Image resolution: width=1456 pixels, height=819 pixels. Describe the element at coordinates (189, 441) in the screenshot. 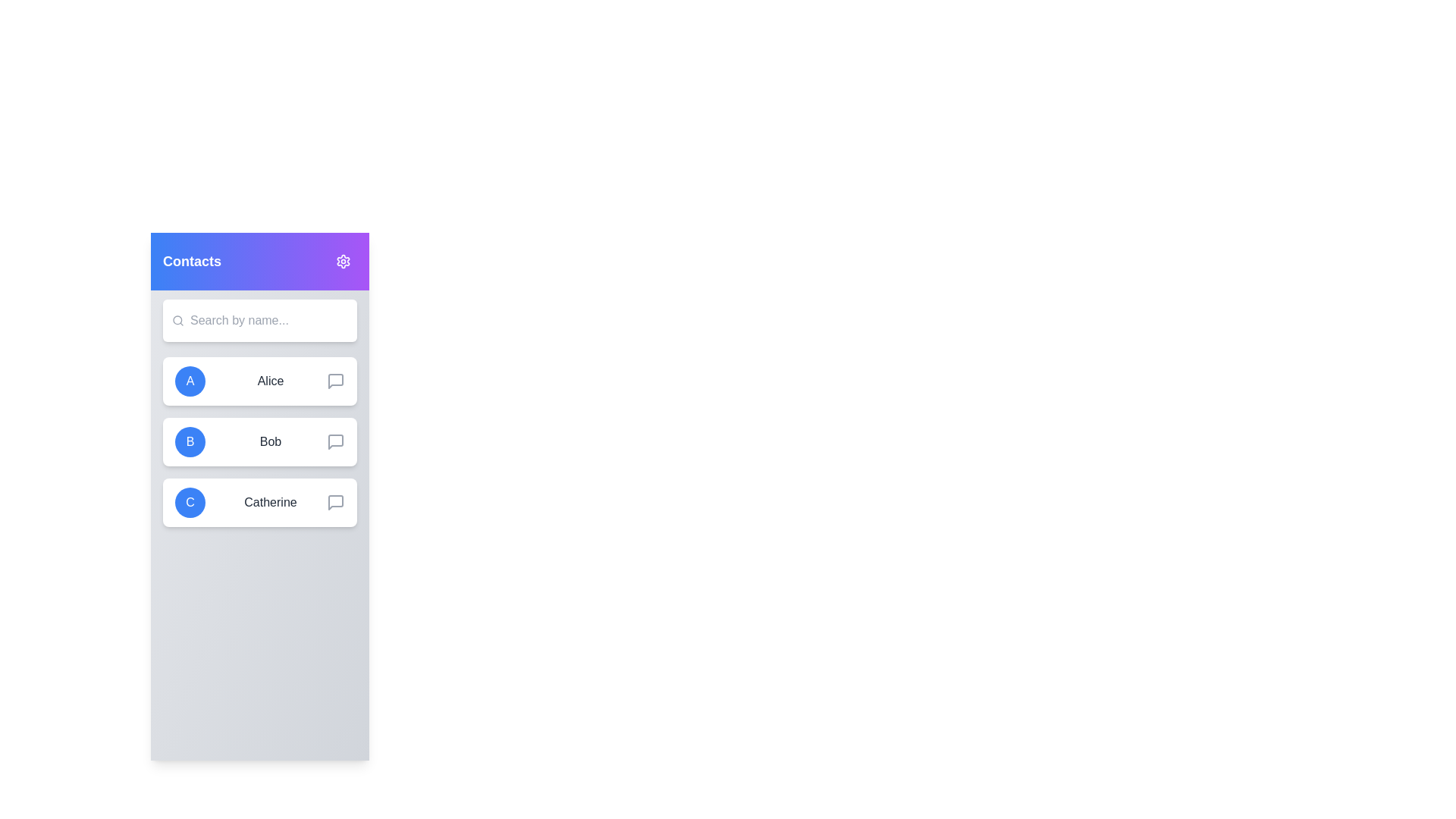

I see `the avatar of Bob` at that location.